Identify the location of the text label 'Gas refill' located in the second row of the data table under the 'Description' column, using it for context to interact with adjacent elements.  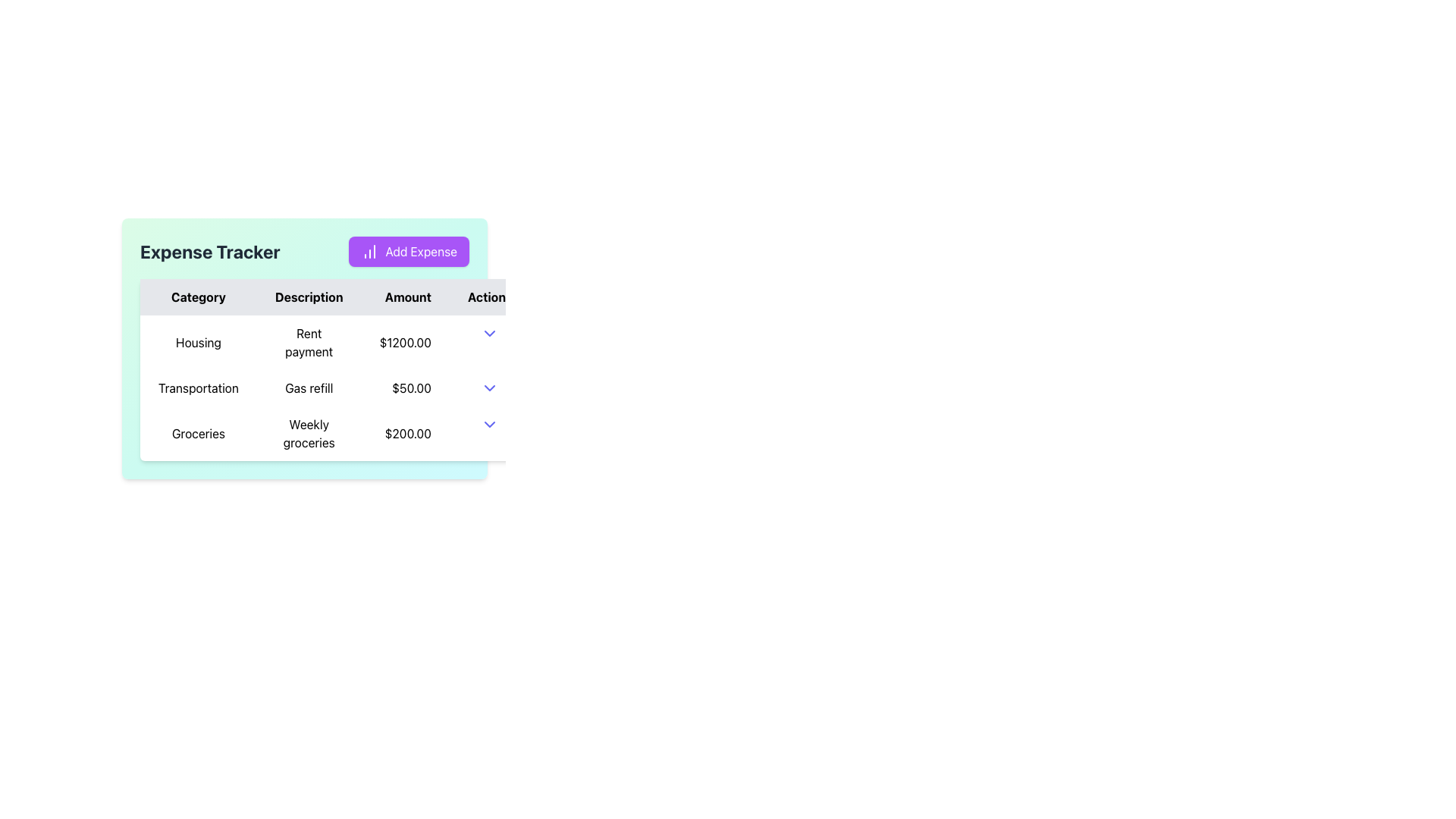
(308, 388).